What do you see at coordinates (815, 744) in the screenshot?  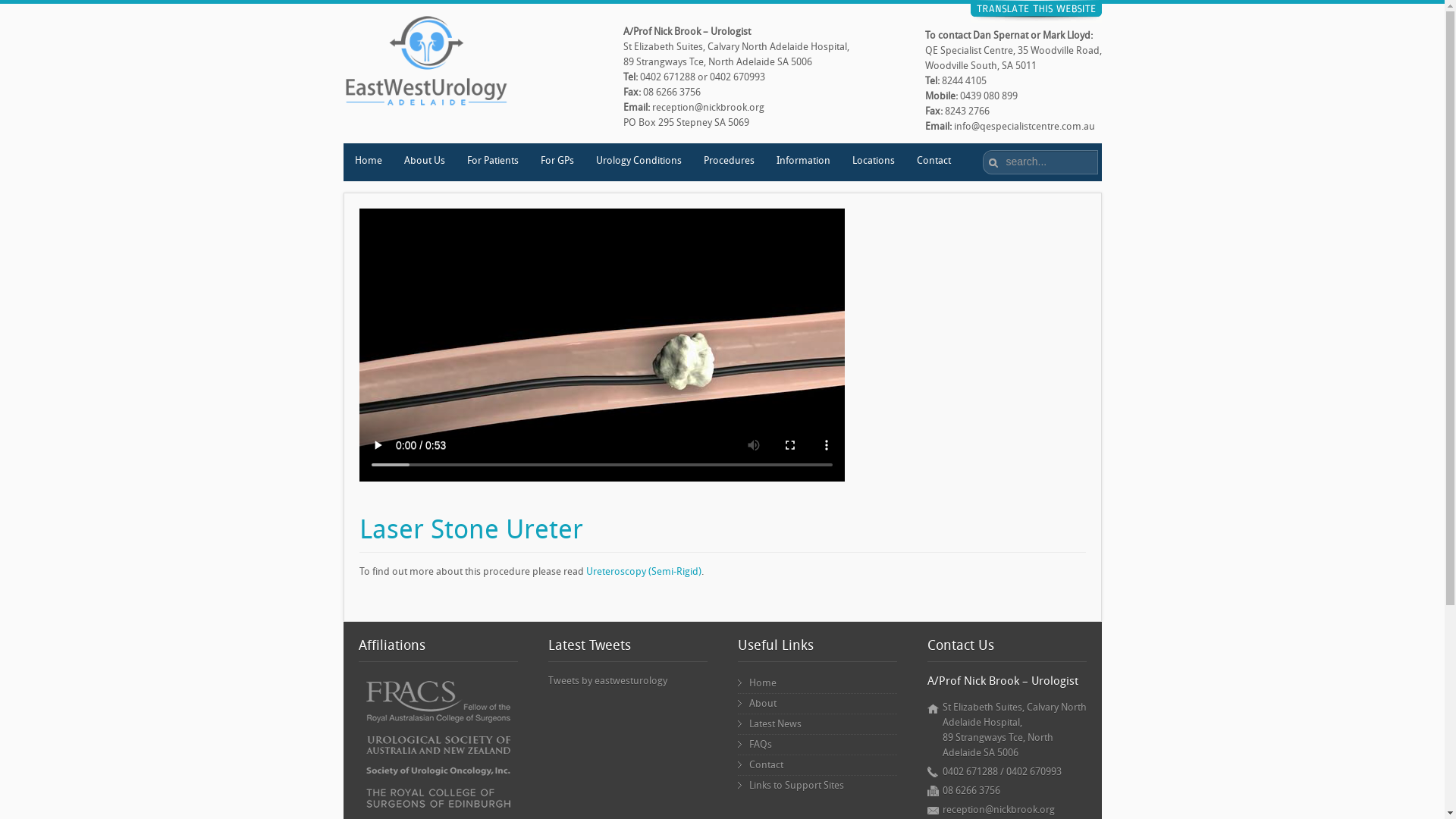 I see `'FAQs'` at bounding box center [815, 744].